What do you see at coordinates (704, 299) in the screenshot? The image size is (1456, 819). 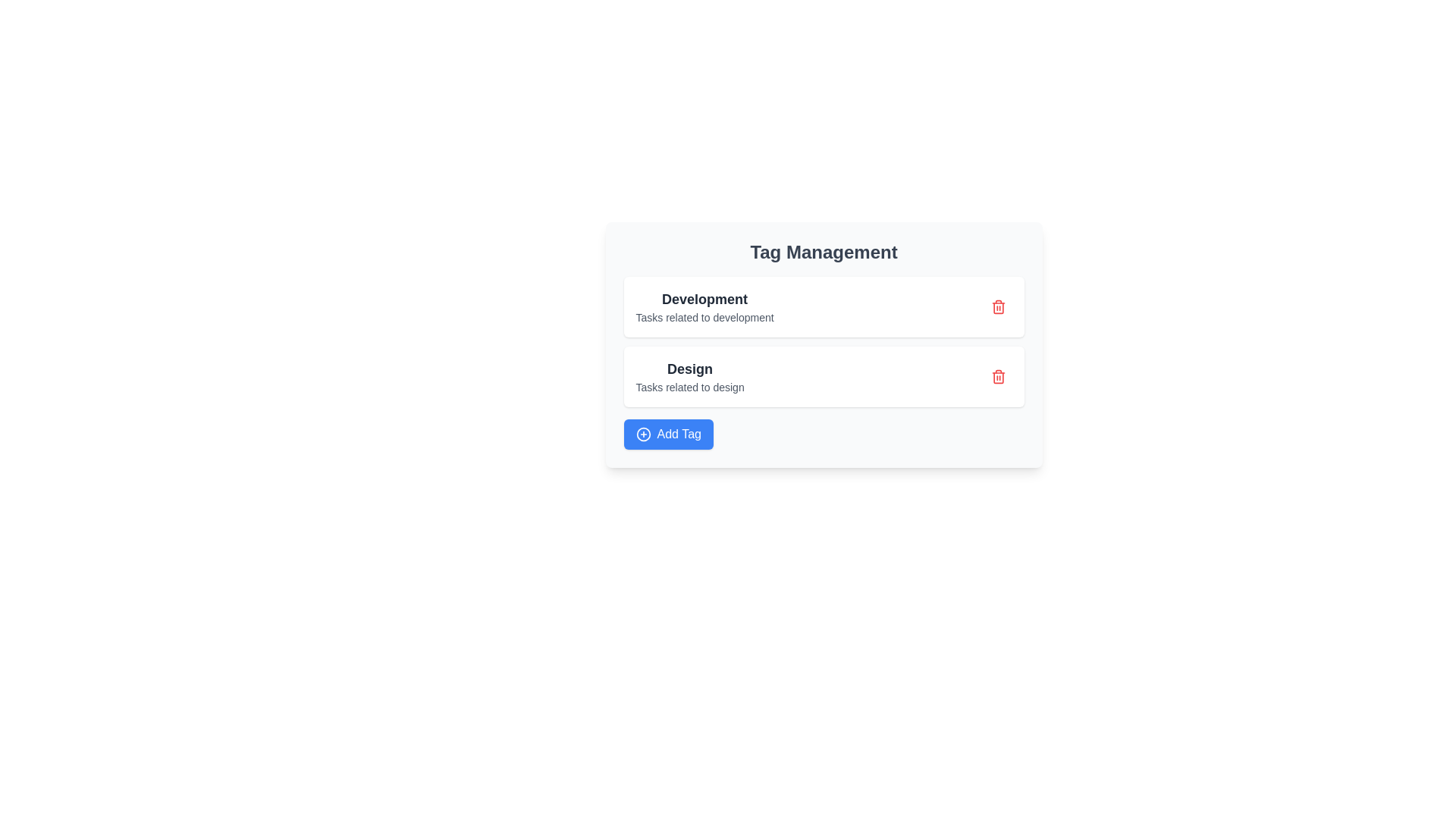 I see `the 'Development' text label located in the top-right area of the interface, above the smaller text 'Tasks related to development'` at bounding box center [704, 299].